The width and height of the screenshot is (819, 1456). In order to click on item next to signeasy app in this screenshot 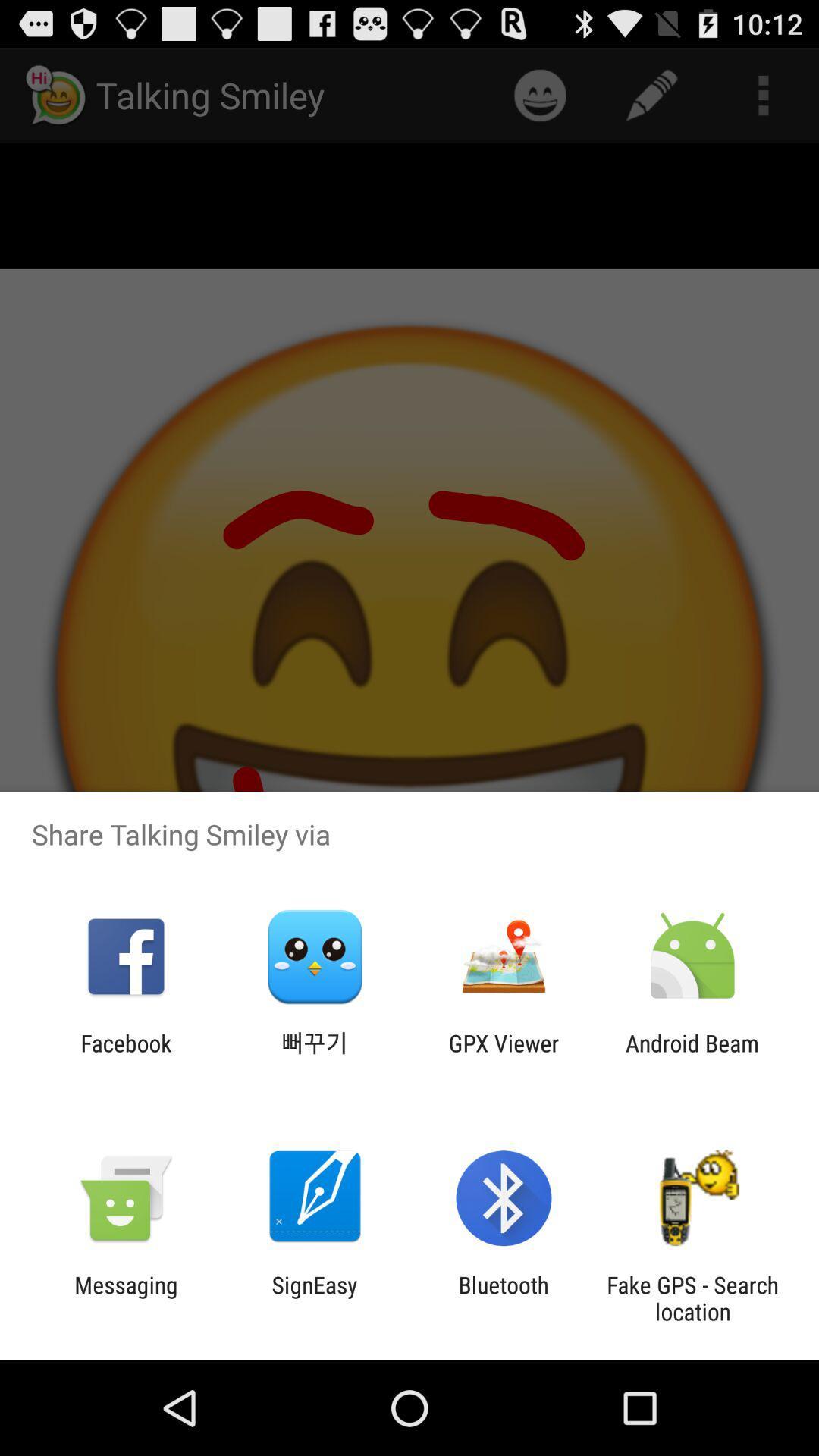, I will do `click(504, 1298)`.